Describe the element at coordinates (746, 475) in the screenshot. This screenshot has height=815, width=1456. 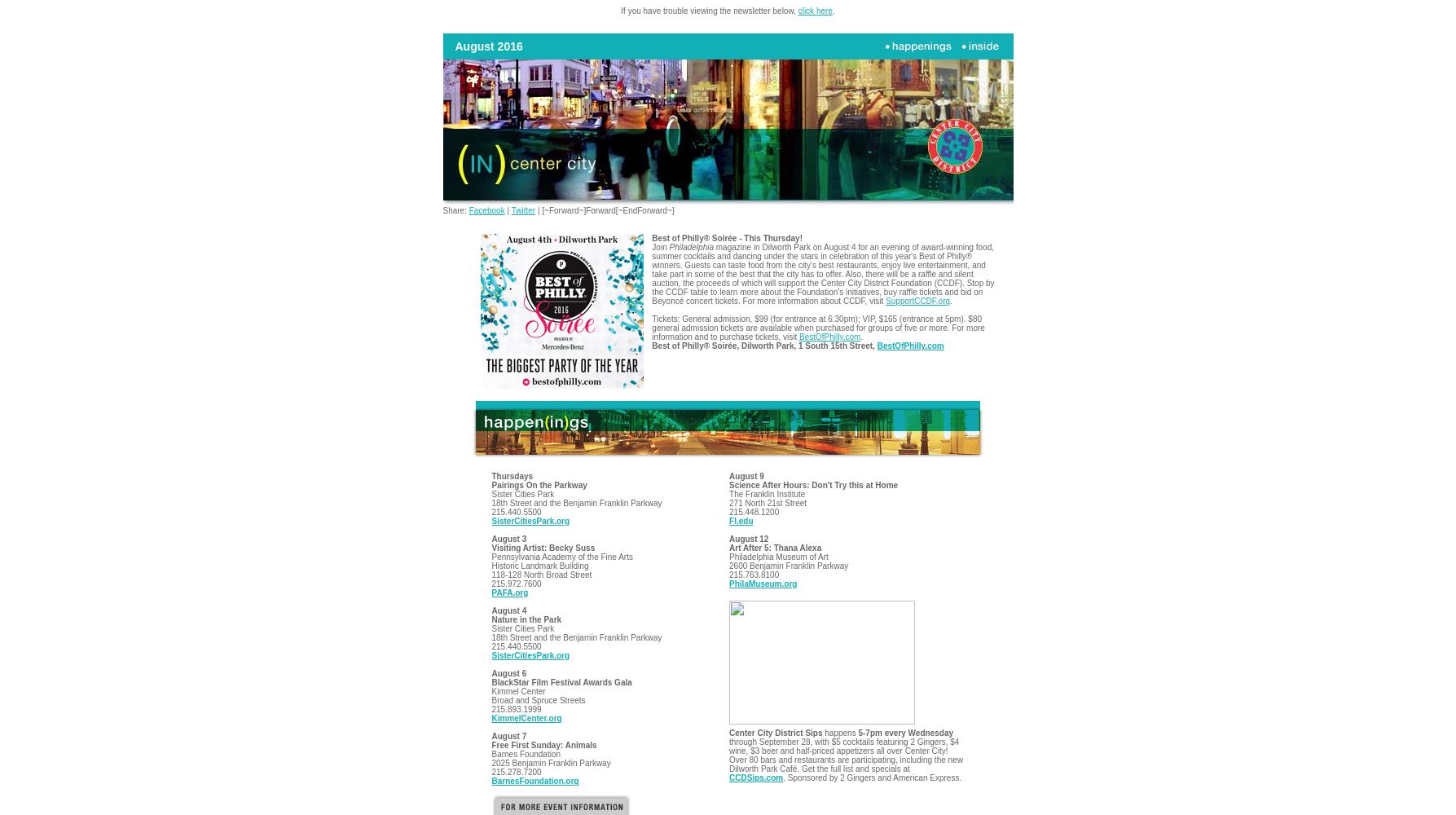
I see `'August 9'` at that location.